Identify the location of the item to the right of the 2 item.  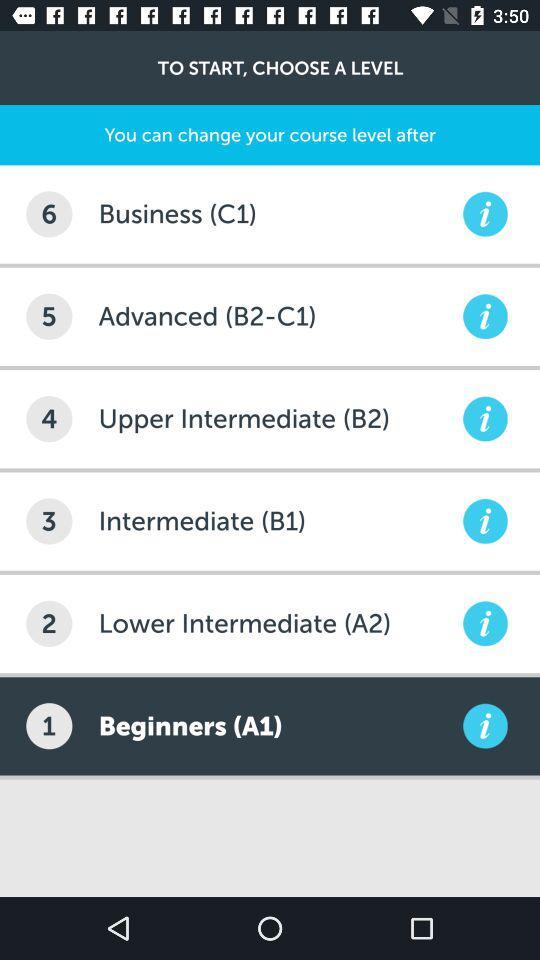
(277, 622).